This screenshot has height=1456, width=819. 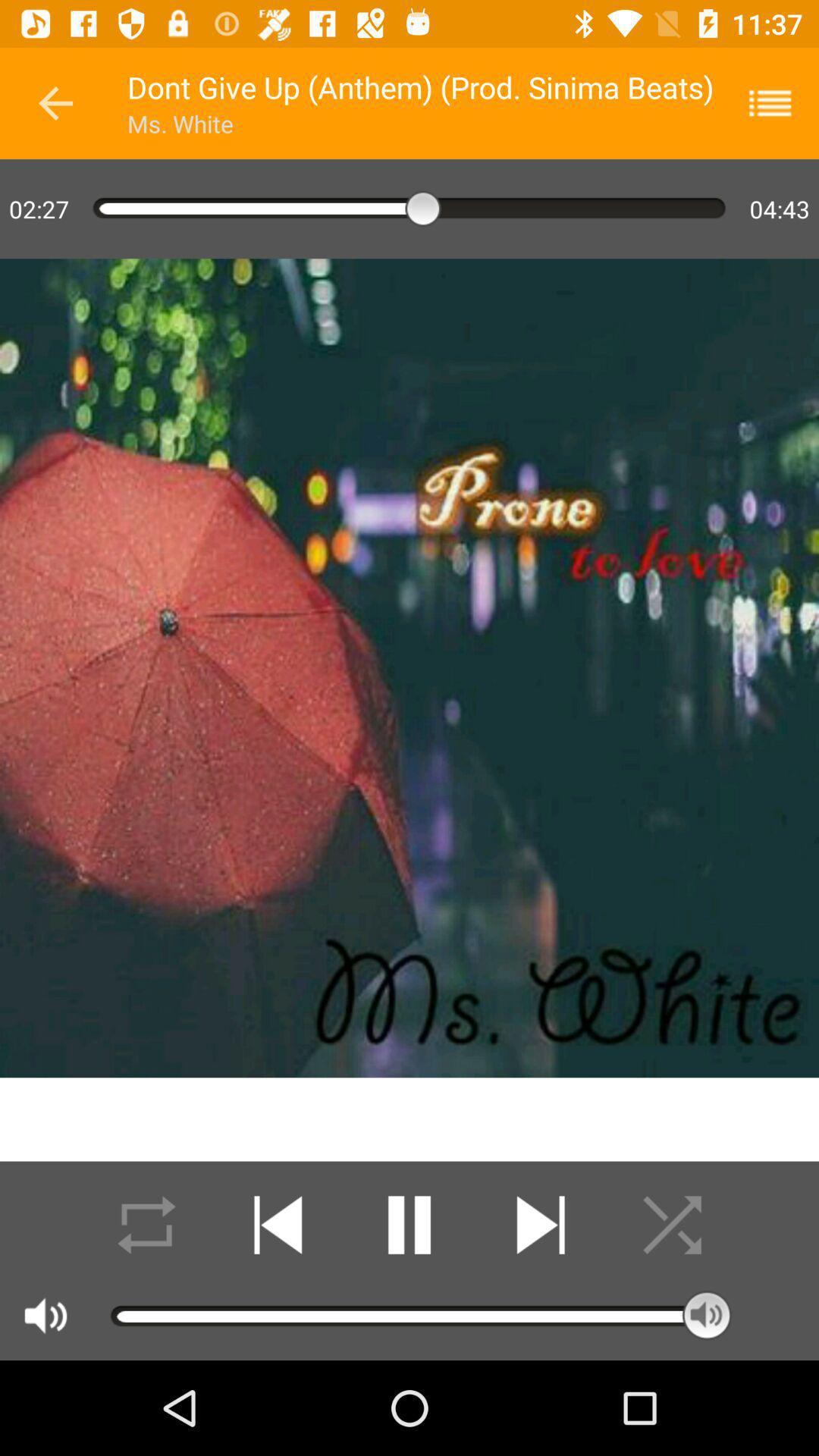 I want to click on previous song, so click(x=278, y=1225).